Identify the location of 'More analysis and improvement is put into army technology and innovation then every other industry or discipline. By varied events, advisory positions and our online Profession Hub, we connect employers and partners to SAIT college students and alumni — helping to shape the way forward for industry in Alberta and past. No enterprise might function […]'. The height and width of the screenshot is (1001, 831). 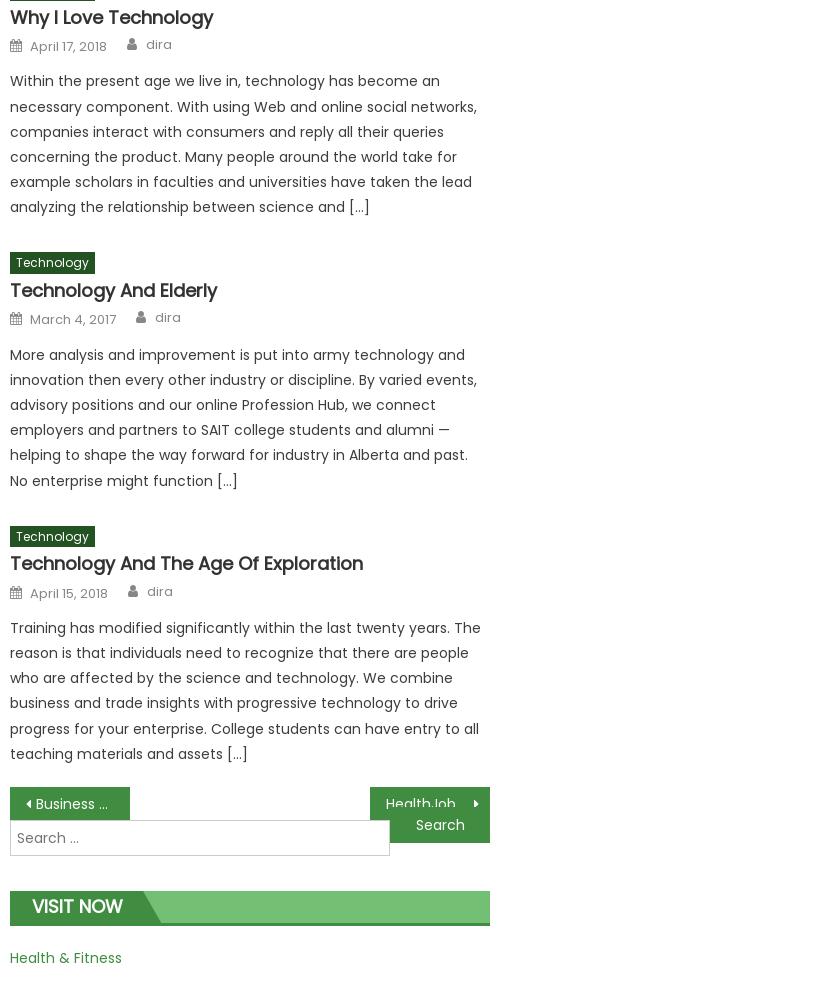
(242, 416).